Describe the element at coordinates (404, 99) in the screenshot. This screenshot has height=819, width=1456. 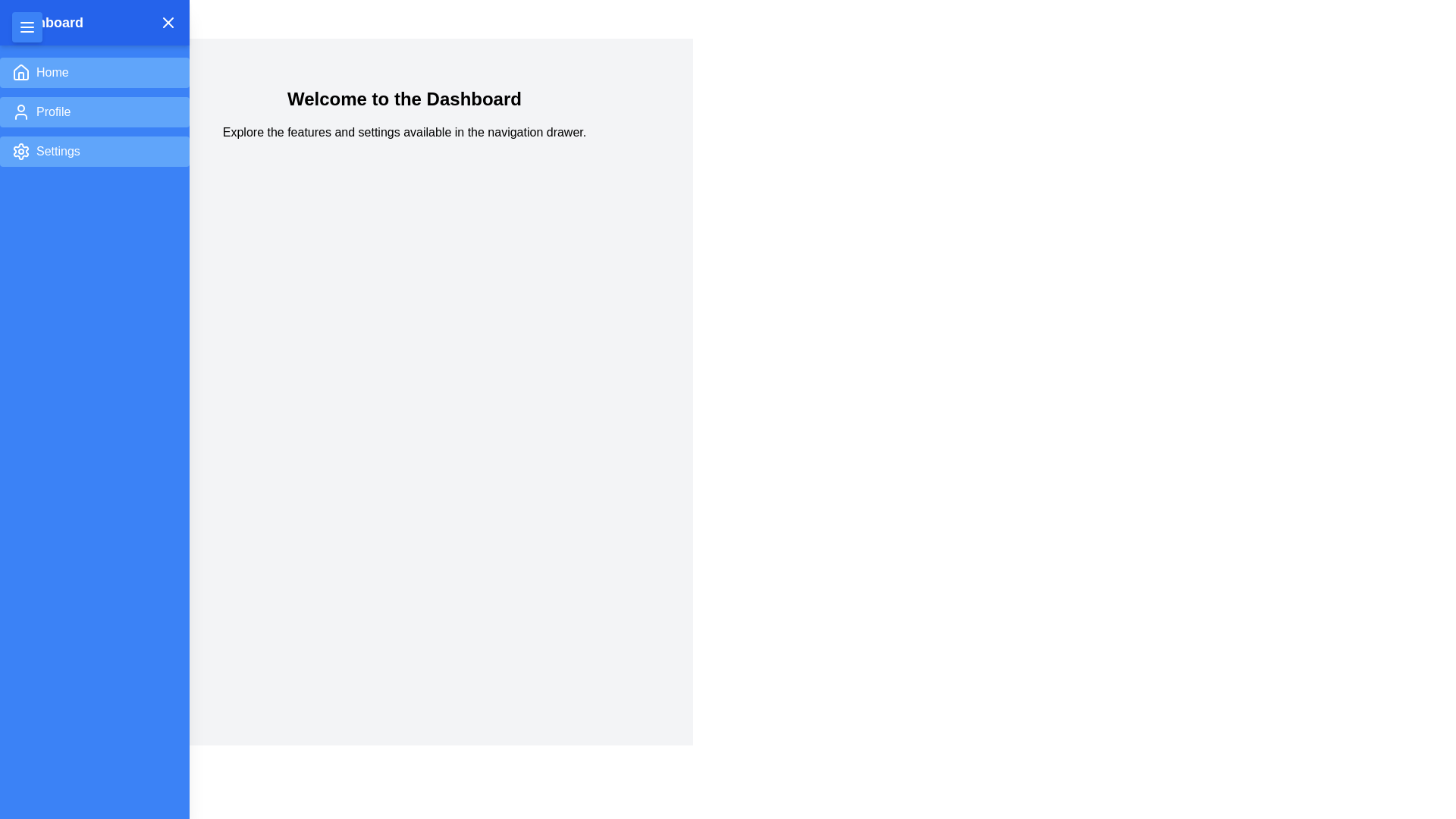
I see `the prominent text header that says 'Welcome to the Dashboard', which is styled with bold weight and large font size` at that location.